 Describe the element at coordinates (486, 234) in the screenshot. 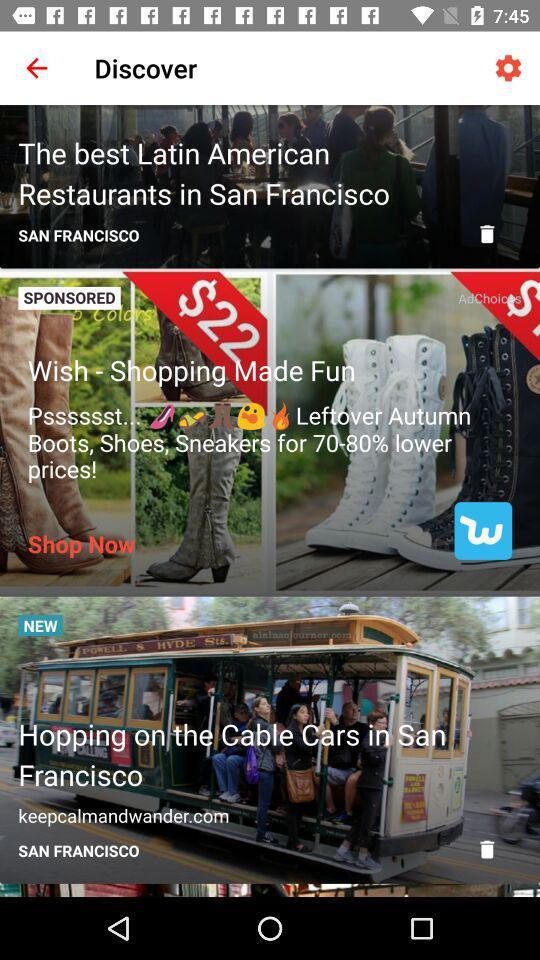

I see `delete image` at that location.